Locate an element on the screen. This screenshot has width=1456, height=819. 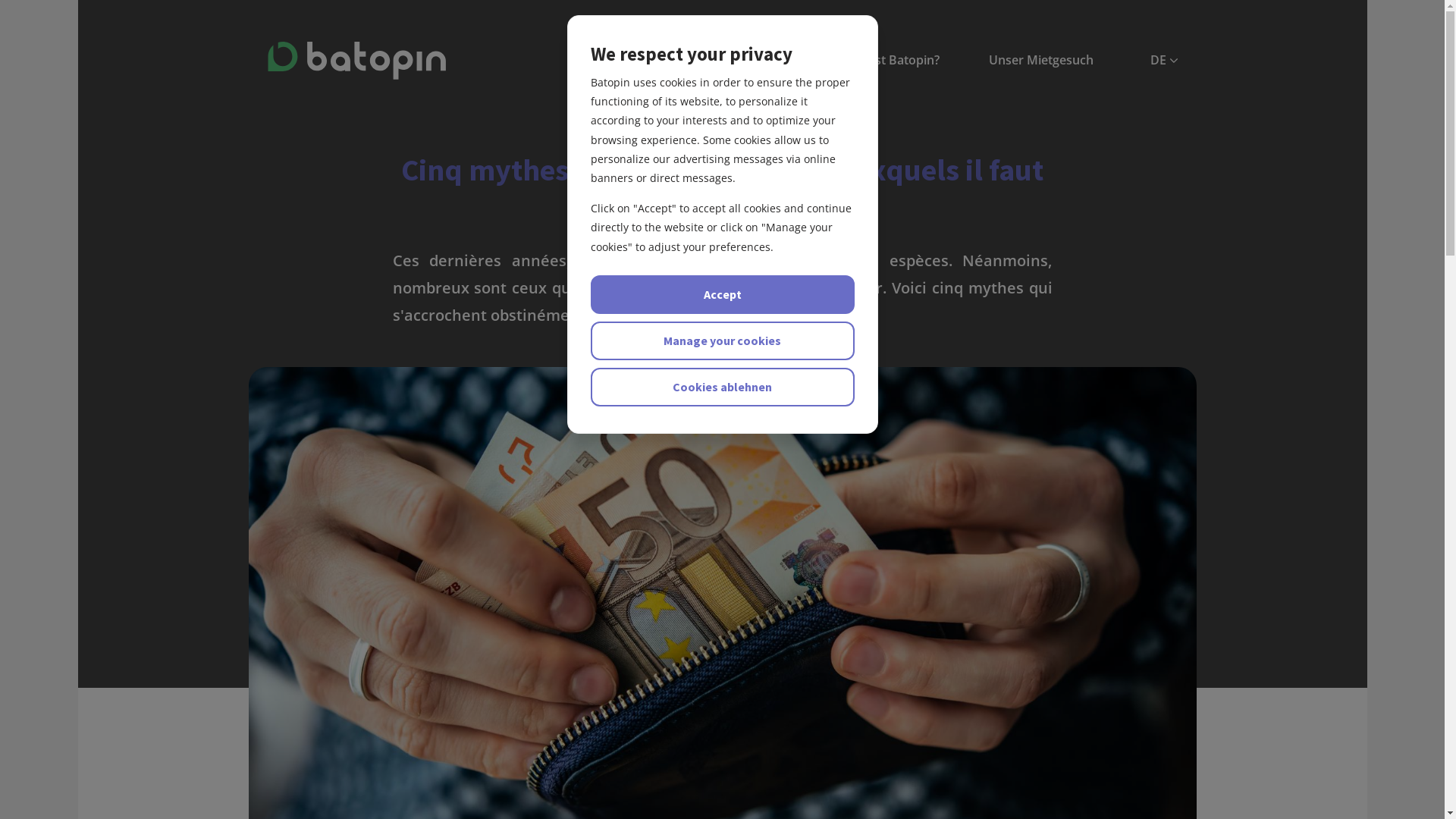
'News' is located at coordinates (608, 59).